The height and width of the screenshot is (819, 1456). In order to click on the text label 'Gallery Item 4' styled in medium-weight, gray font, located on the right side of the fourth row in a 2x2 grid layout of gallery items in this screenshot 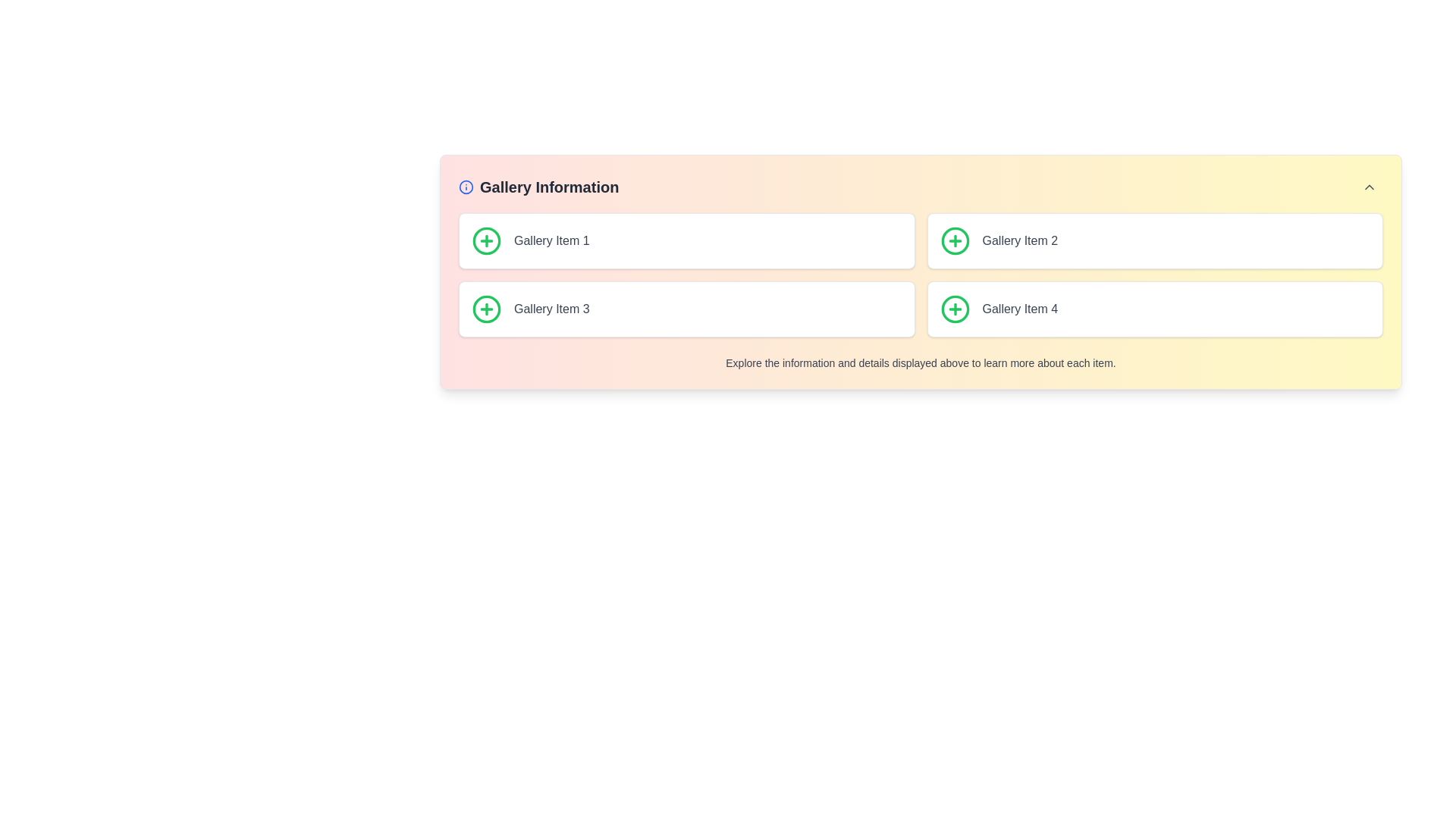, I will do `click(1020, 309)`.